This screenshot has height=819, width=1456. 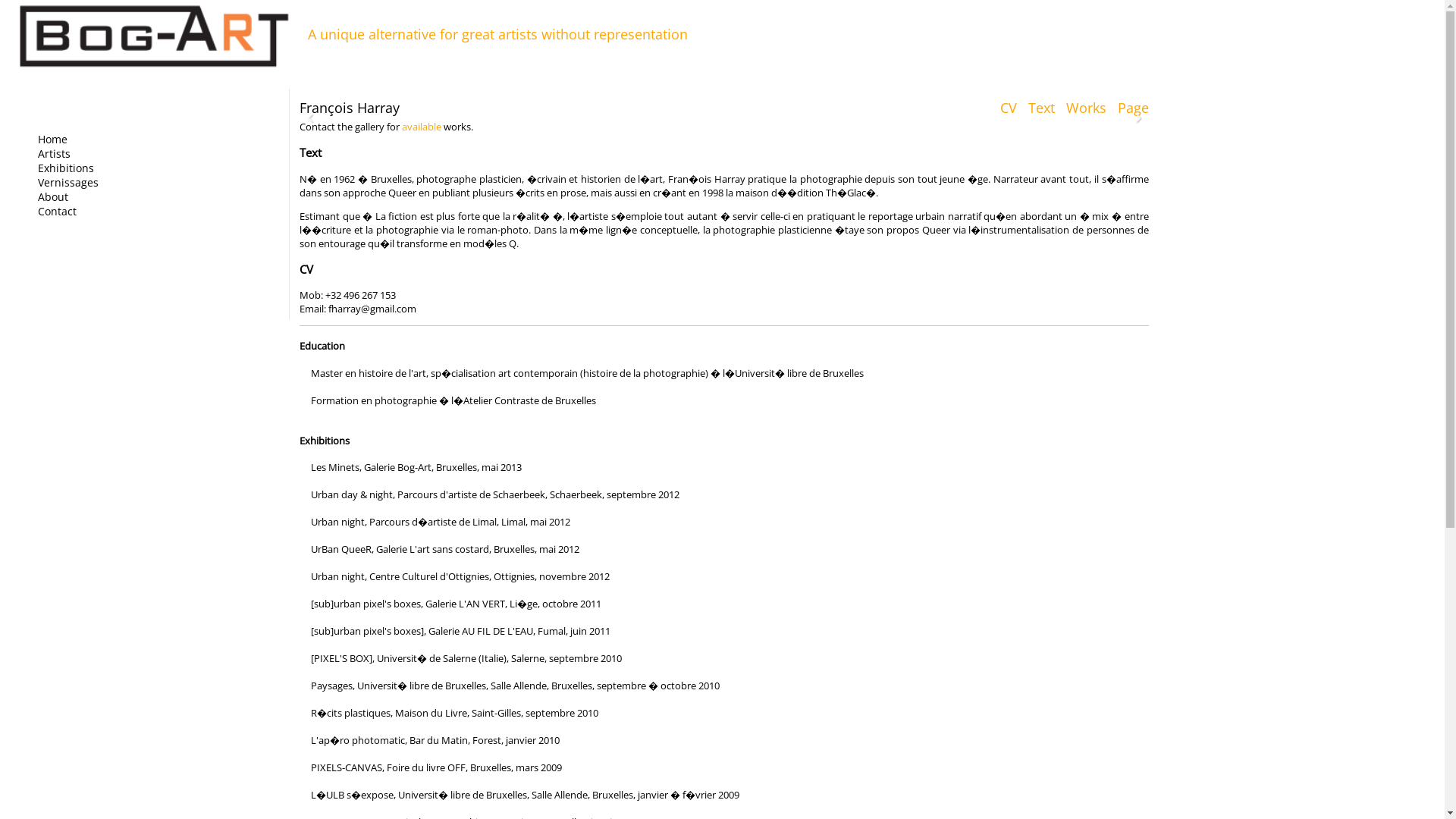 What do you see at coordinates (48, 196) in the screenshot?
I see `'   About'` at bounding box center [48, 196].